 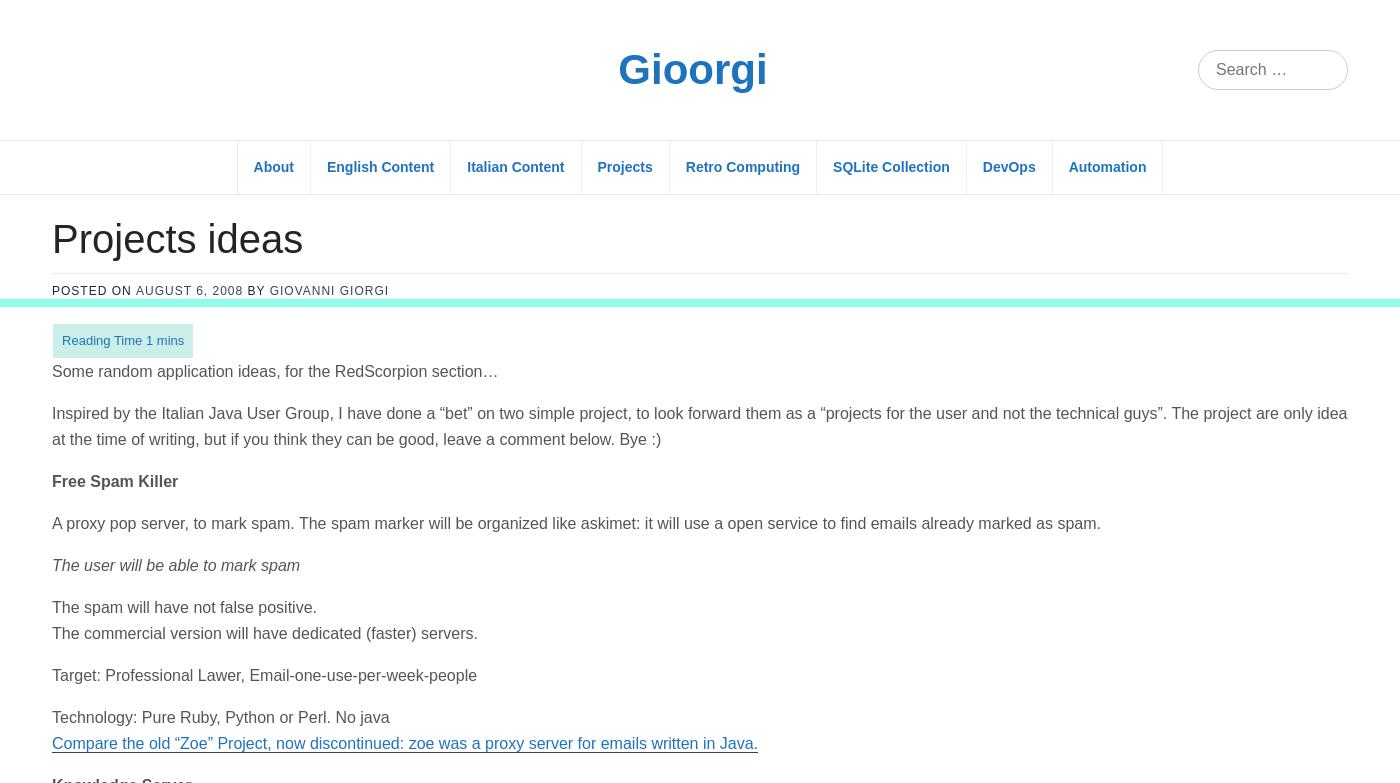 What do you see at coordinates (114, 181) in the screenshot?
I see `'Free Spam Killer'` at bounding box center [114, 181].